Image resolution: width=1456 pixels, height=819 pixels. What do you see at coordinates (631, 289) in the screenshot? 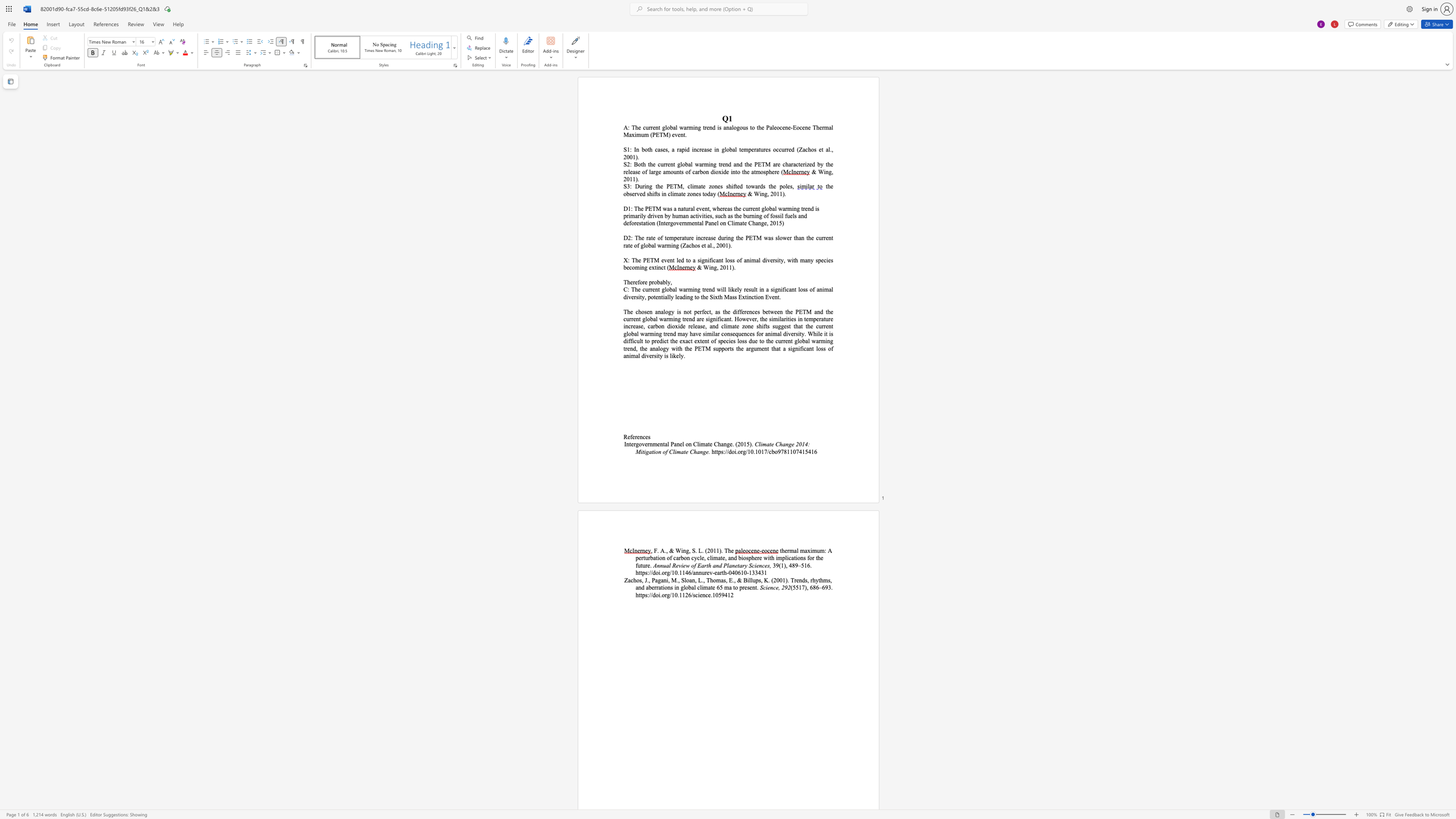
I see `the subset text "The c" within the text "C: The cur"` at bounding box center [631, 289].